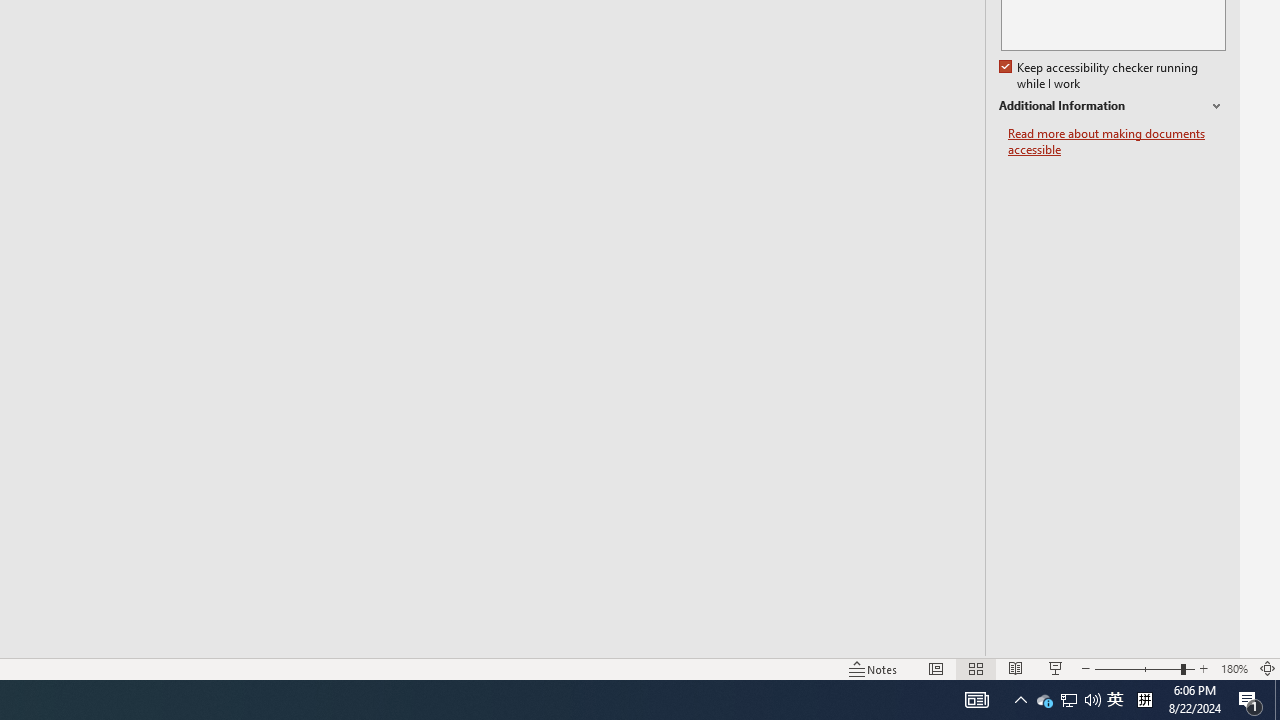  What do you see at coordinates (1099, 75) in the screenshot?
I see `'Keep accessibility checker running while I work'` at bounding box center [1099, 75].